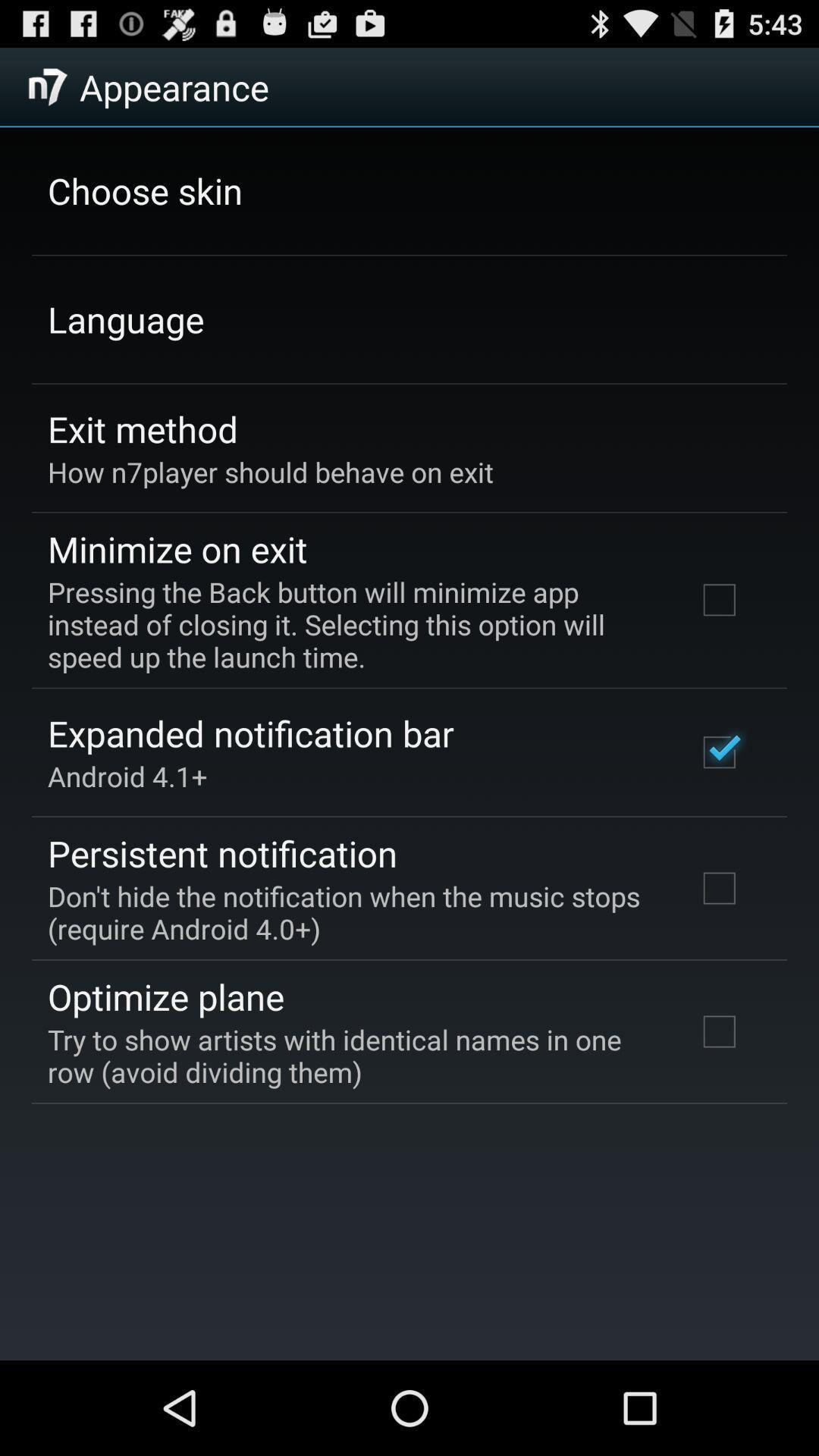 The width and height of the screenshot is (819, 1456). What do you see at coordinates (166, 996) in the screenshot?
I see `the optimize plane` at bounding box center [166, 996].